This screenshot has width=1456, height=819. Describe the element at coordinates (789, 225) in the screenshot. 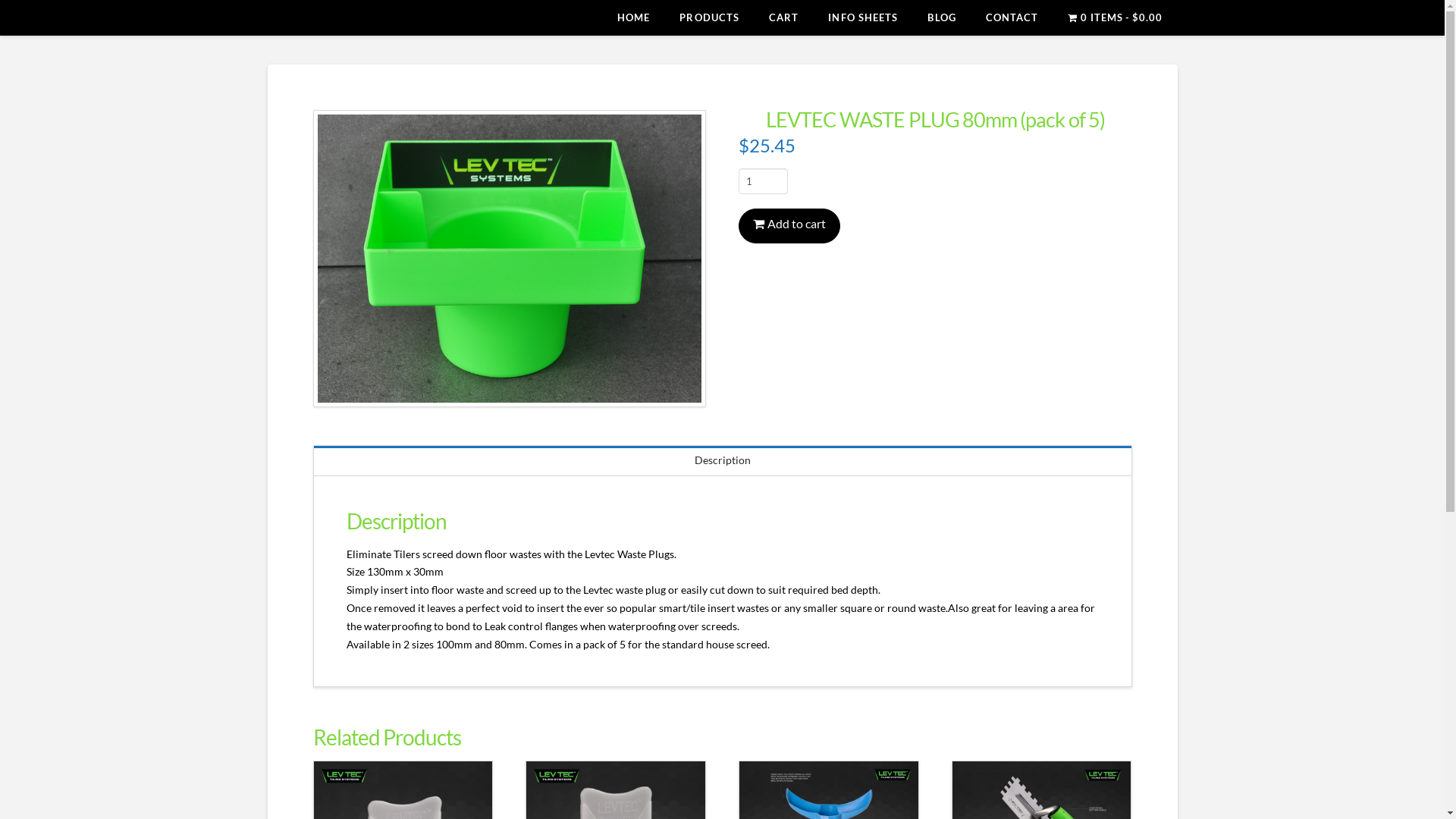

I see `'Add to cart'` at that location.